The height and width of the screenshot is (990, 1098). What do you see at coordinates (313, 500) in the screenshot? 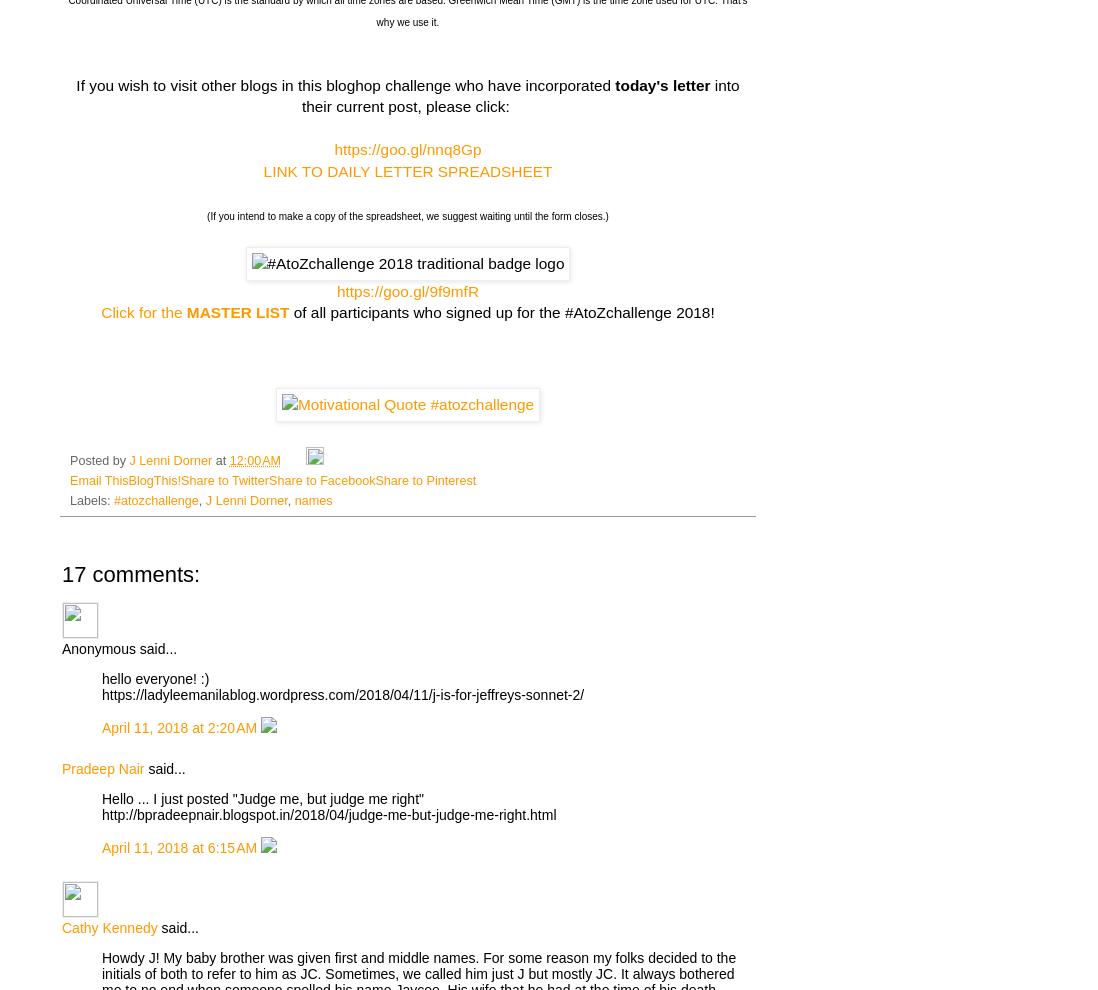
I see `'names'` at bounding box center [313, 500].